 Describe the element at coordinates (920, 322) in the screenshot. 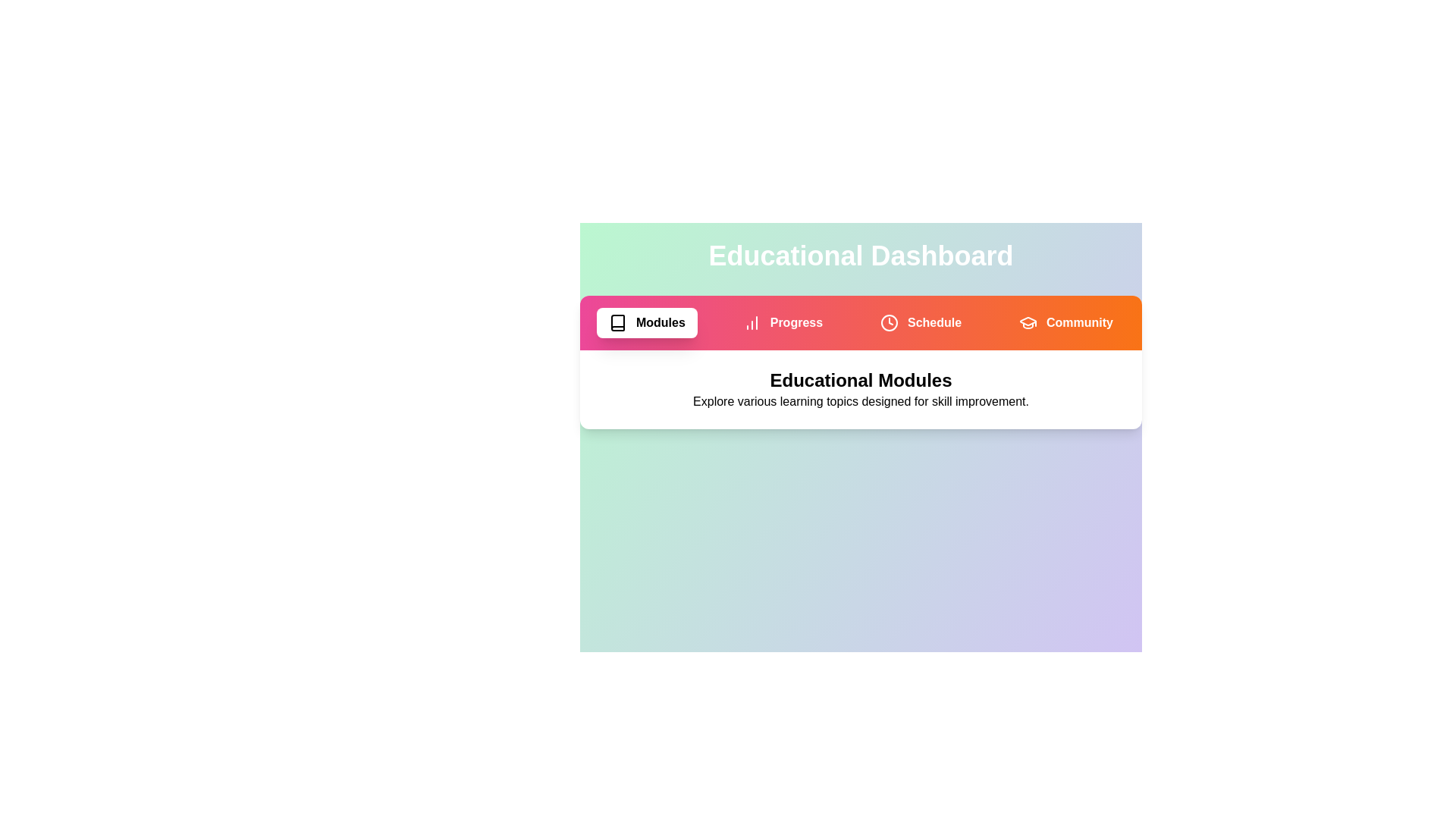

I see `the navigation button that redirects to the 'Schedule' section, located as the third button in a row of four at the top center of the interface` at that location.